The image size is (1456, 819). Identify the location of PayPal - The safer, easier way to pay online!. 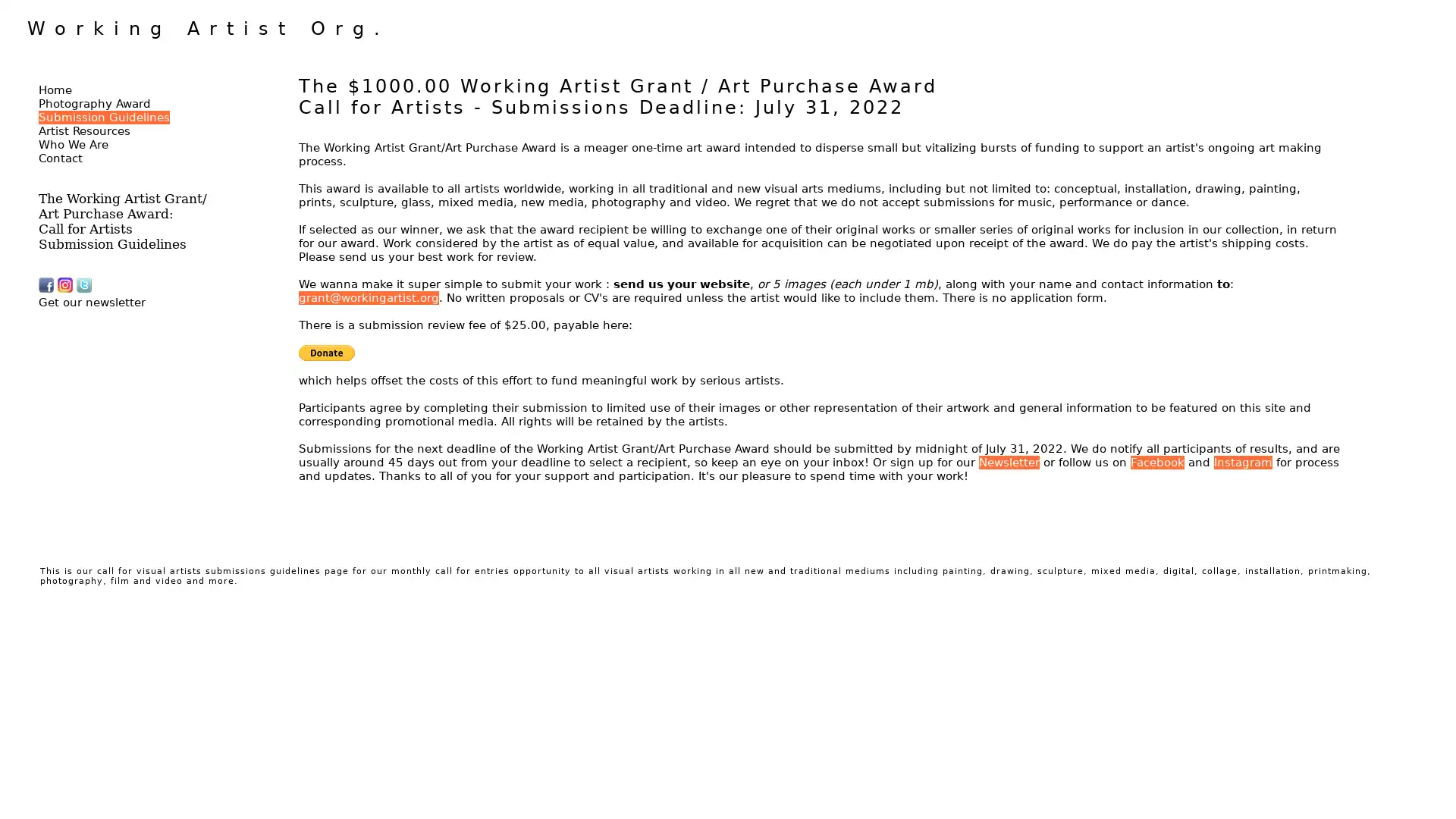
(326, 353).